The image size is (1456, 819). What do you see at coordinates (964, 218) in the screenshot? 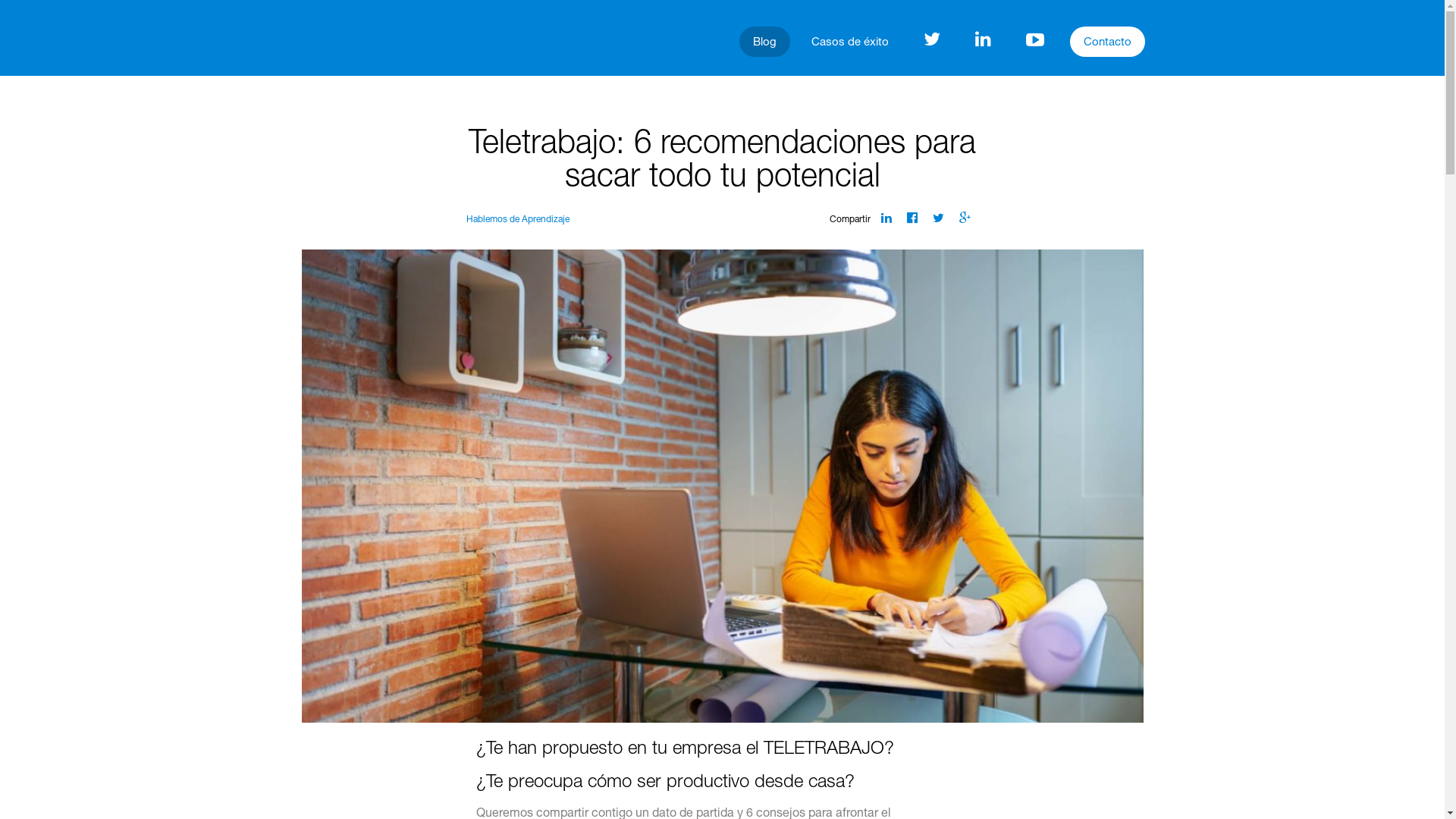
I see `'Google+'` at bounding box center [964, 218].